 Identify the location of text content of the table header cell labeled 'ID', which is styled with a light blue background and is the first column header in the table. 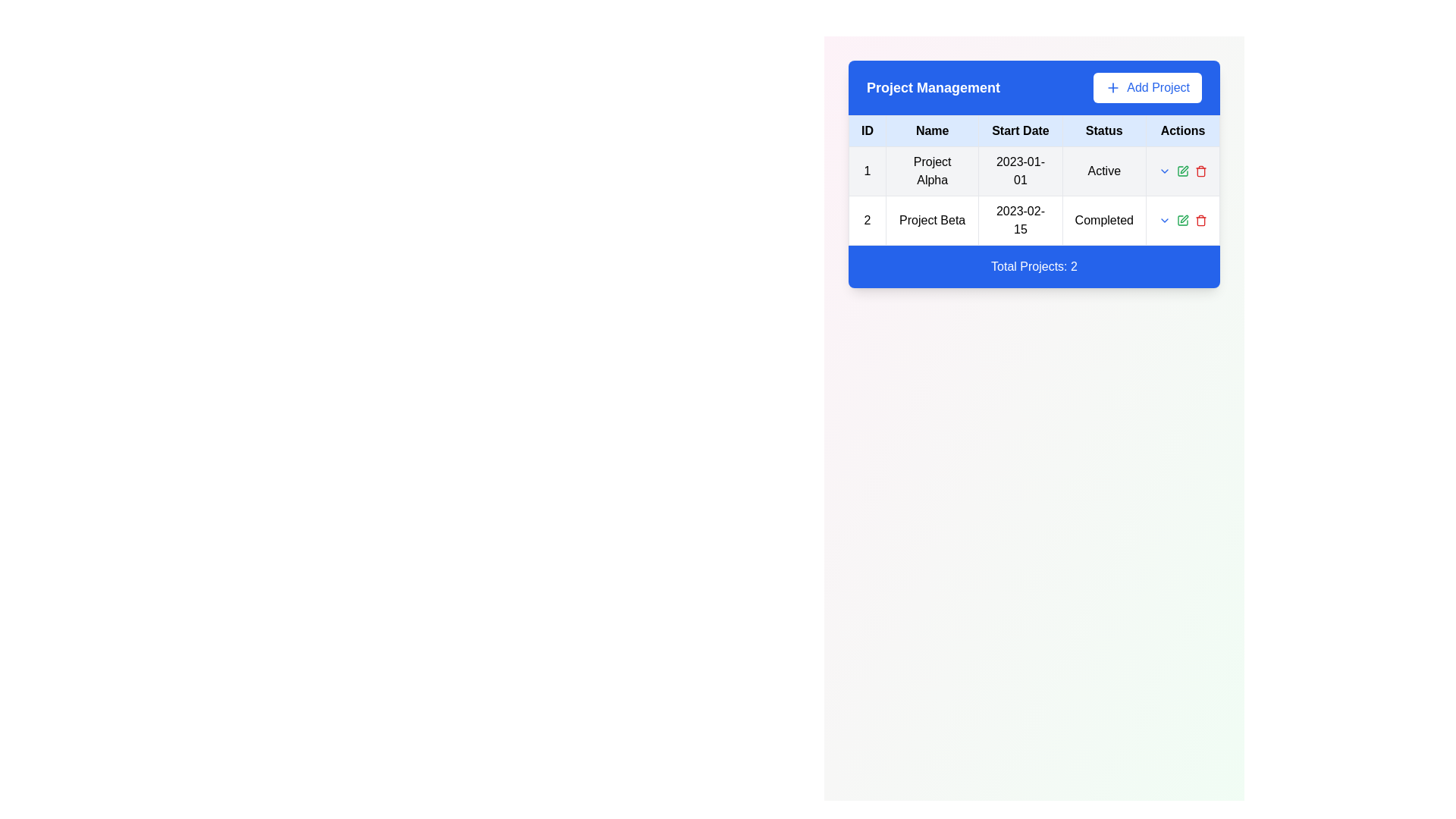
(867, 130).